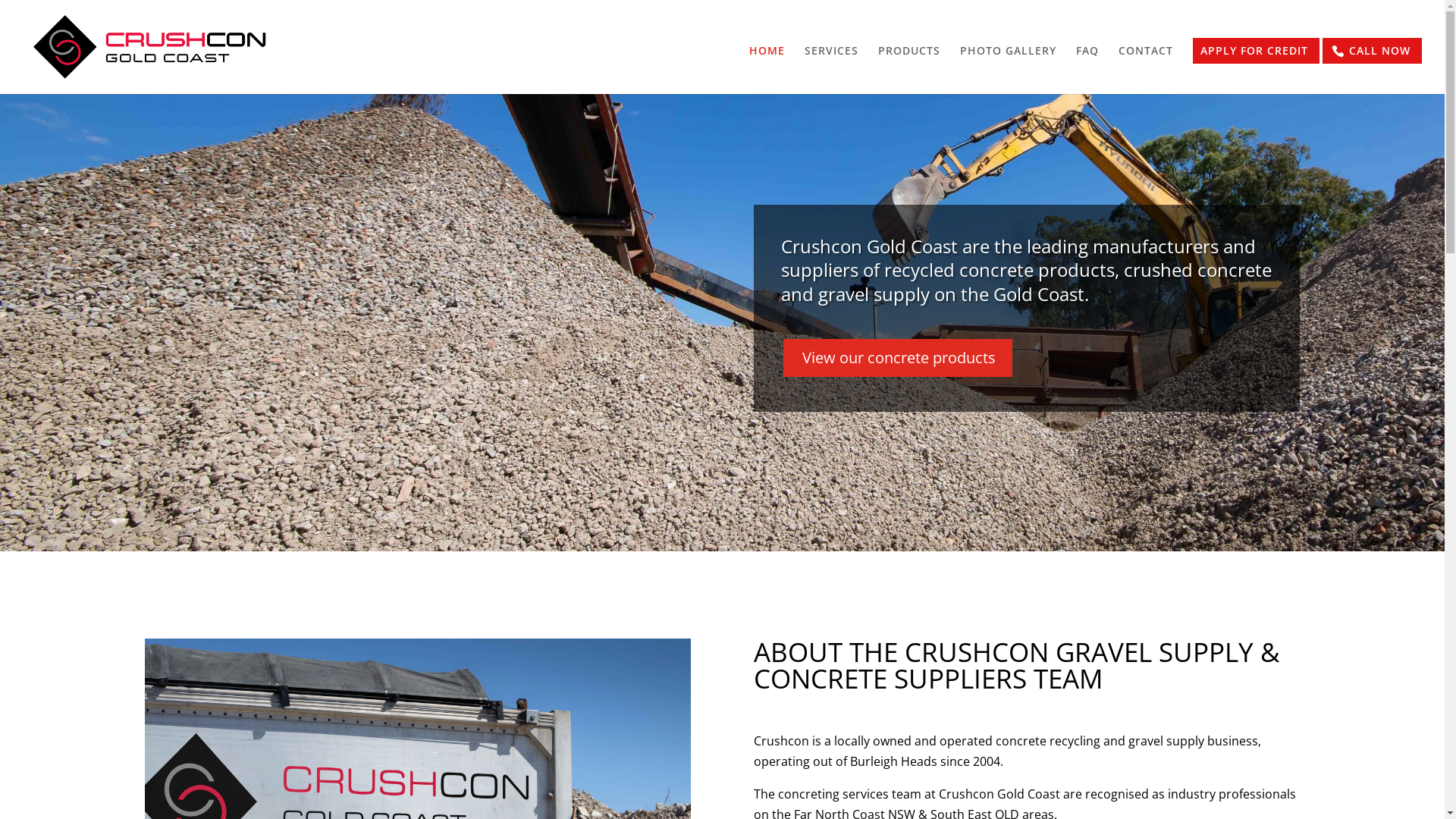 The image size is (1456, 819). What do you see at coordinates (767, 70) in the screenshot?
I see `'HOME'` at bounding box center [767, 70].